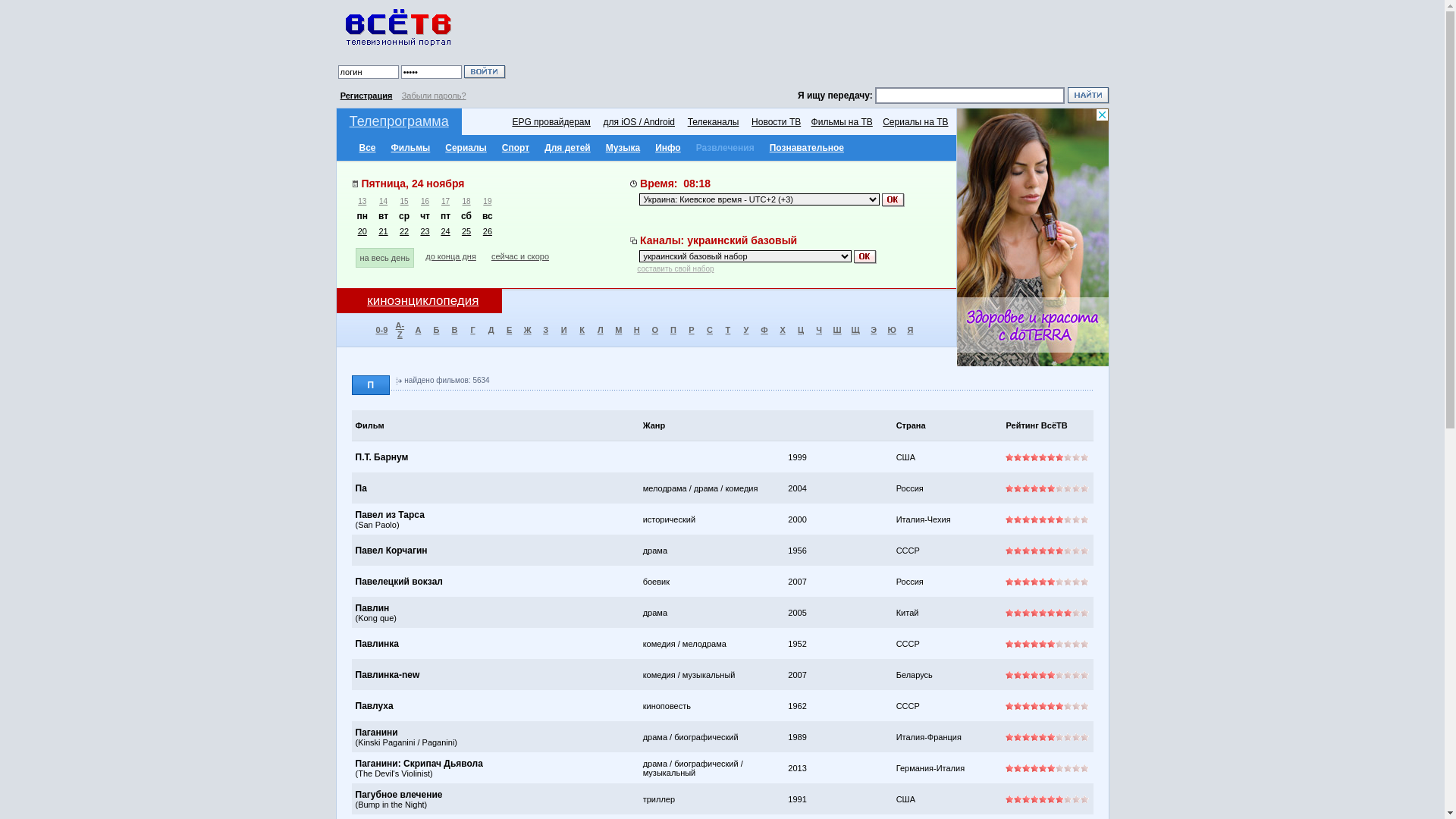  I want to click on '13', so click(356, 200).